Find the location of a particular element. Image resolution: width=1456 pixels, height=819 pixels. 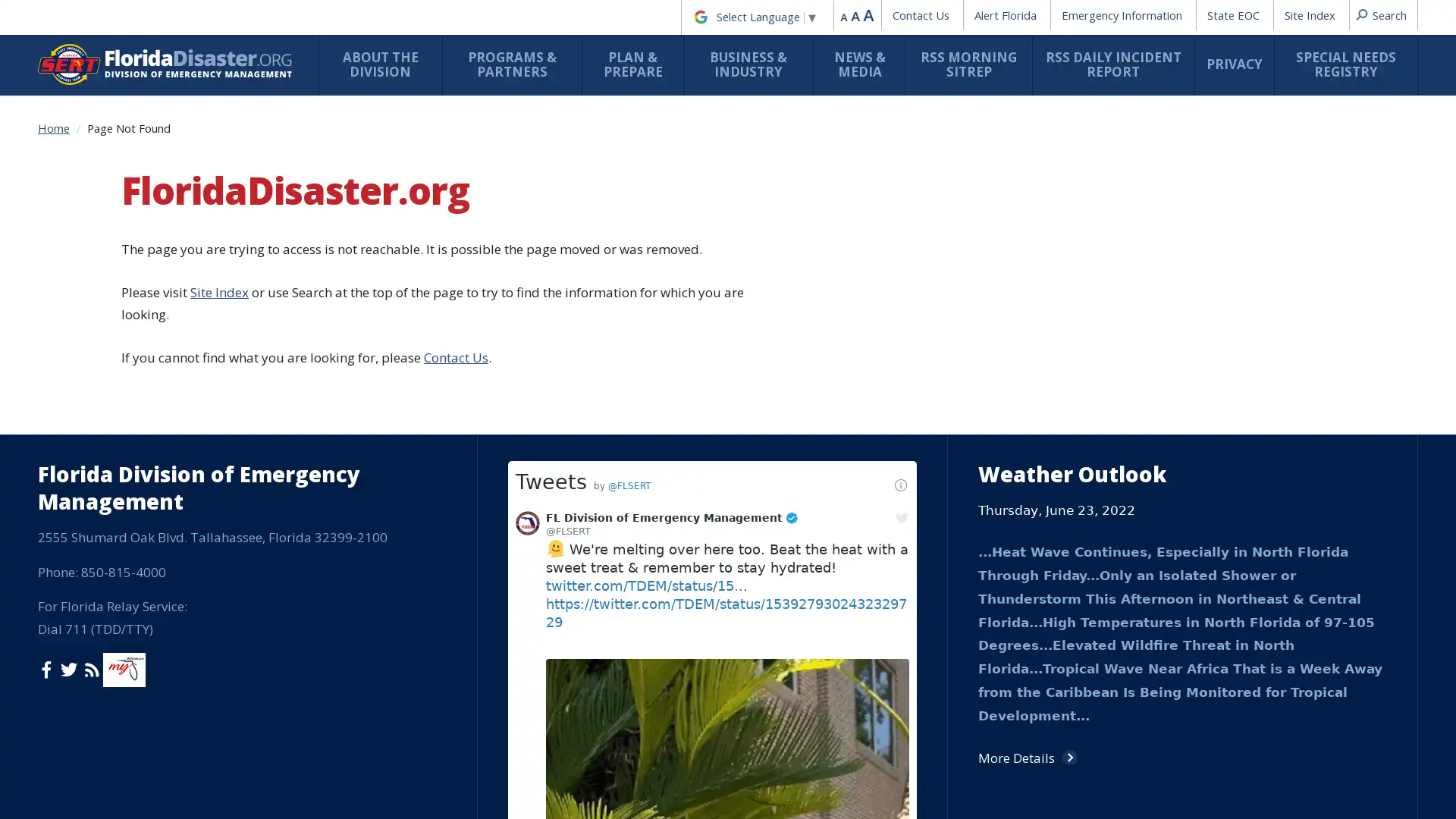

Toggle More is located at coordinates (455, 338).